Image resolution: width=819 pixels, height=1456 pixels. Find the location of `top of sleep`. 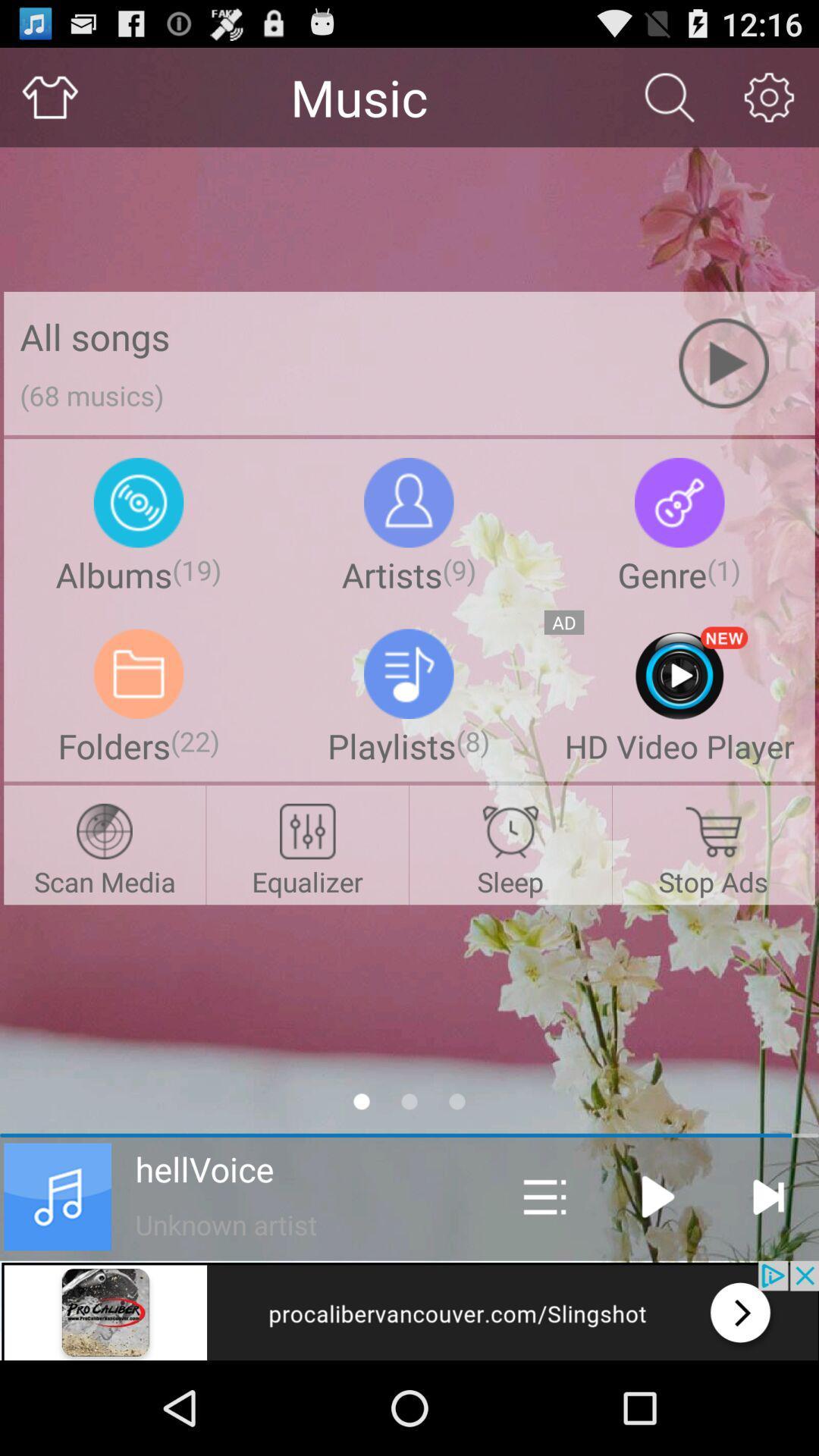

top of sleep is located at coordinates (510, 830).